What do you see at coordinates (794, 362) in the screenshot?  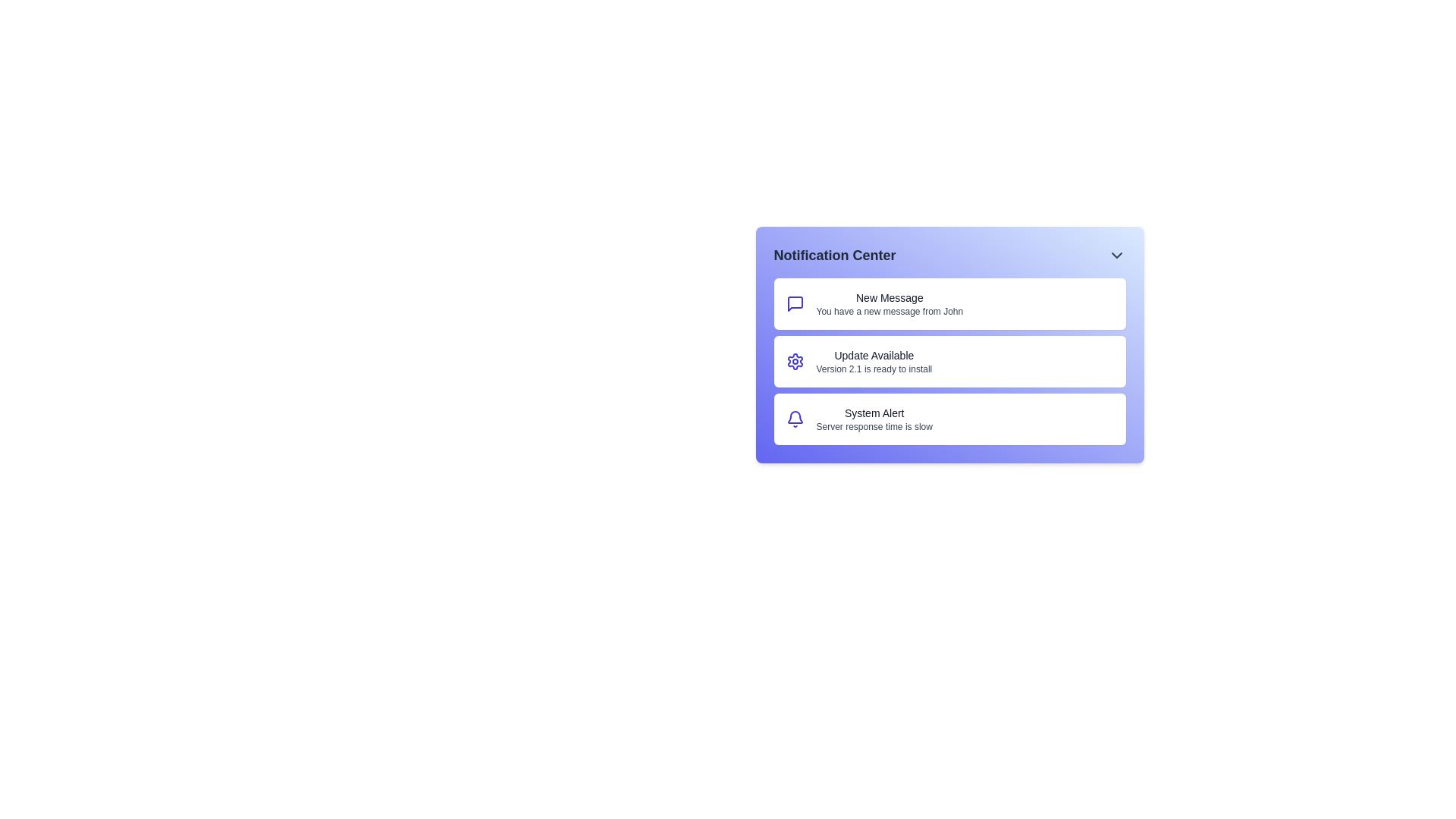 I see `the notification icon for Update Available` at bounding box center [794, 362].